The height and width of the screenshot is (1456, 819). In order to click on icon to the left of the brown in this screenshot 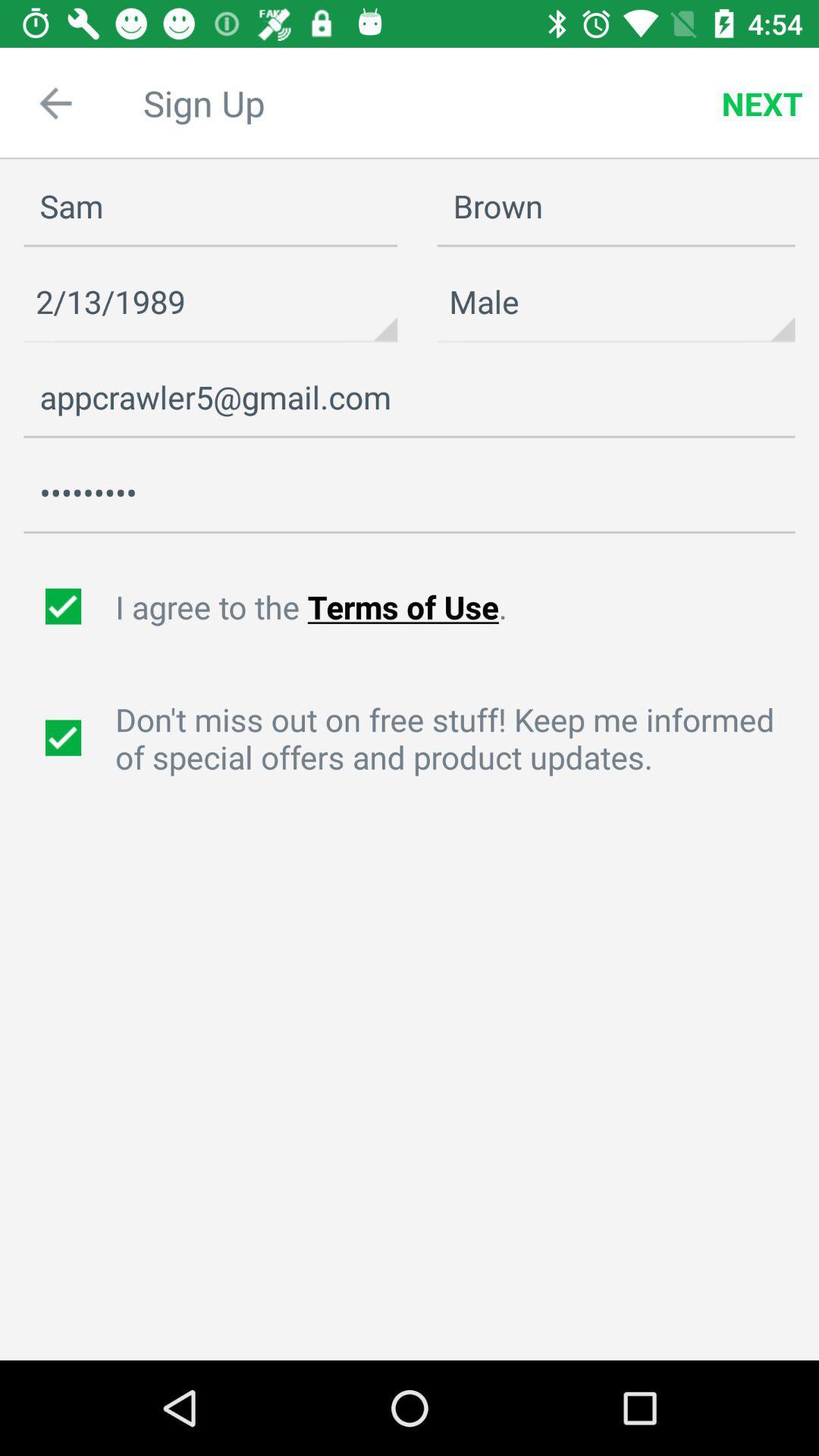, I will do `click(210, 206)`.